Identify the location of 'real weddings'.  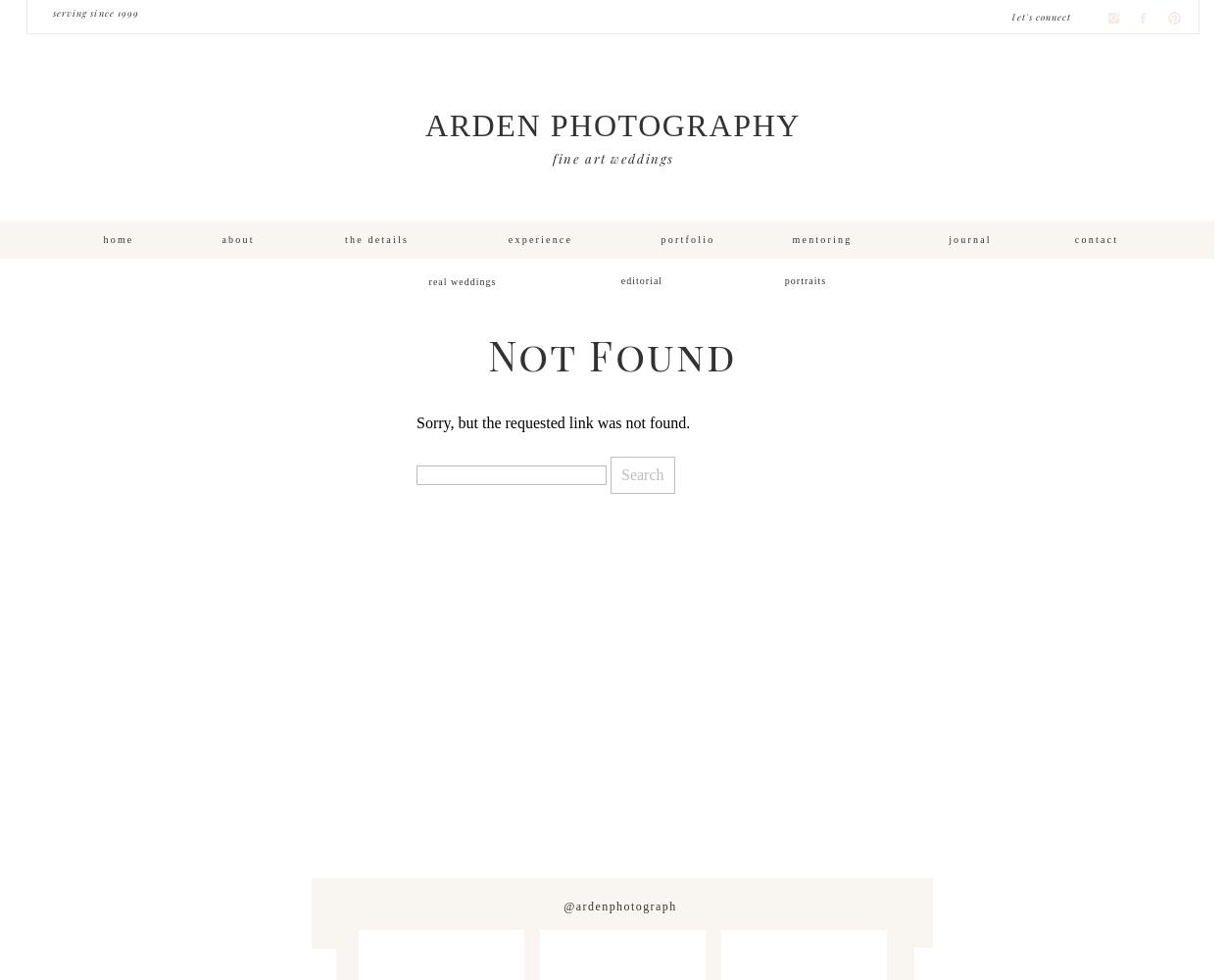
(461, 281).